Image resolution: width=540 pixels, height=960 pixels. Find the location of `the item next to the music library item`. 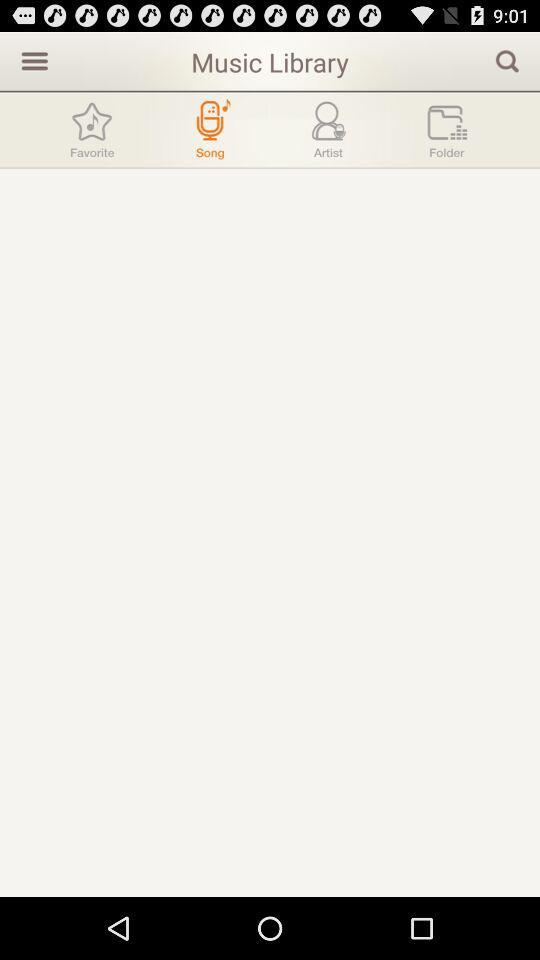

the item next to the music library item is located at coordinates (31, 59).